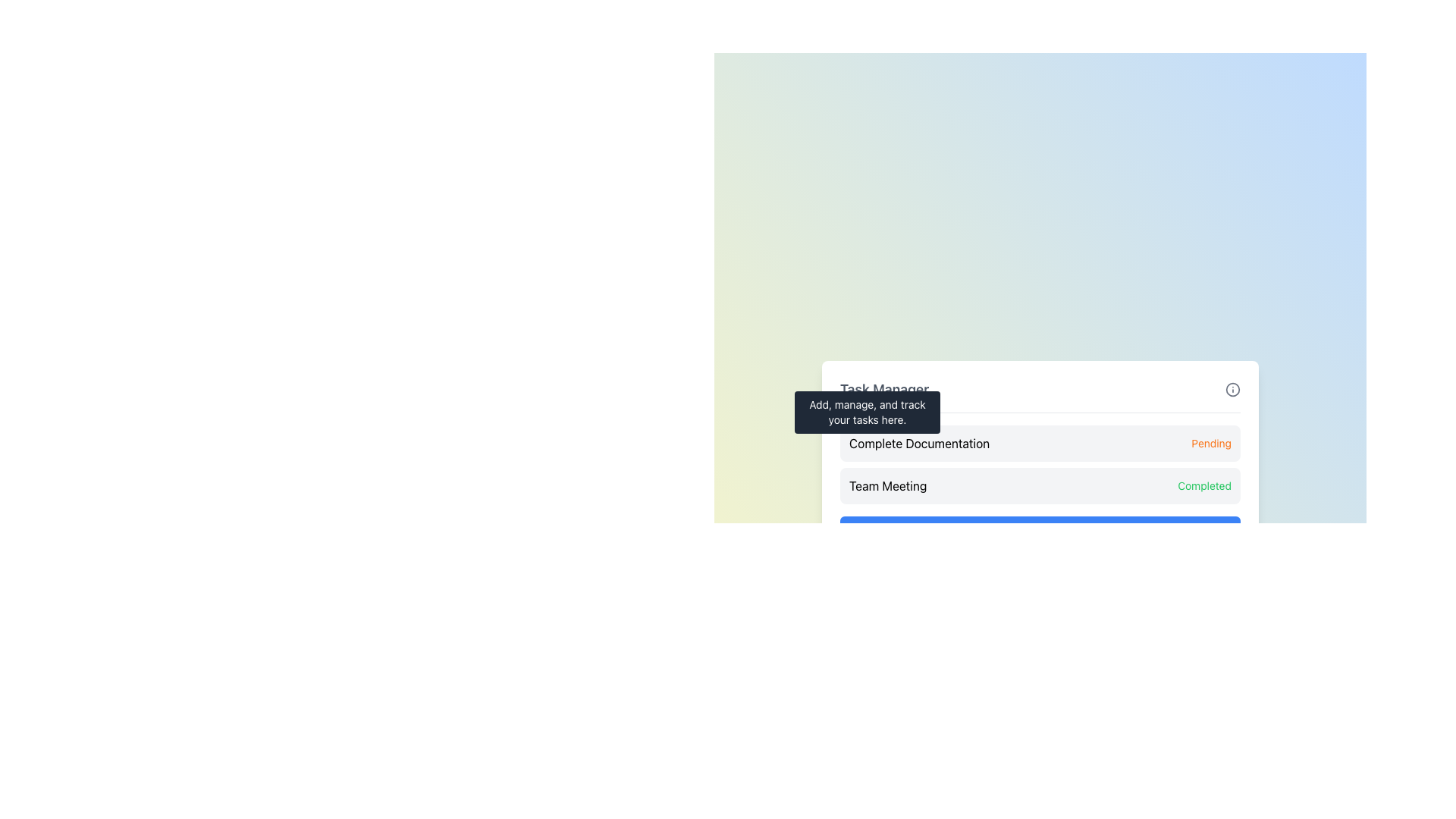 This screenshot has height=819, width=1456. What do you see at coordinates (918, 443) in the screenshot?
I see `text of the Text Label indicating 'Complete Documentation', which is the first item in a two-column layout within a task tracking card` at bounding box center [918, 443].